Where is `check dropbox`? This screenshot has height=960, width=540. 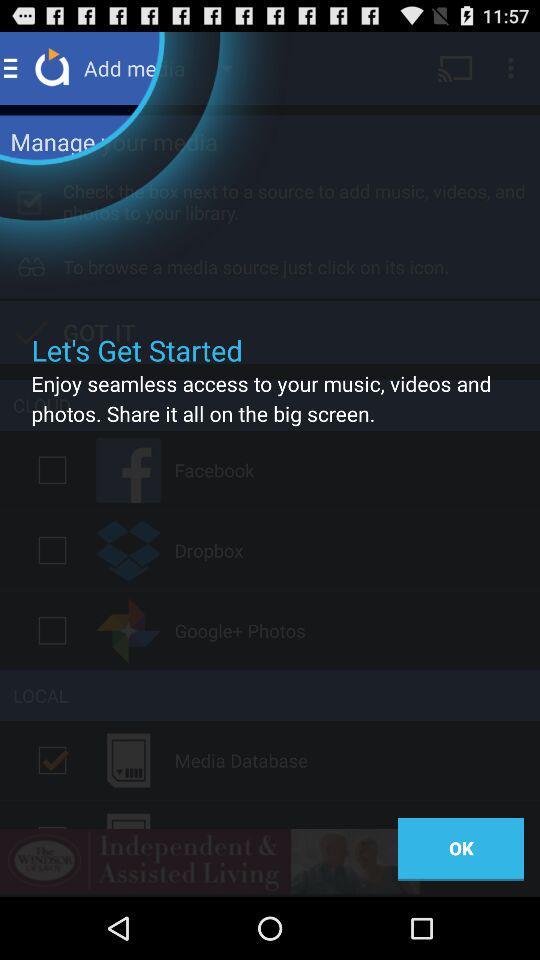 check dropbox is located at coordinates (52, 550).